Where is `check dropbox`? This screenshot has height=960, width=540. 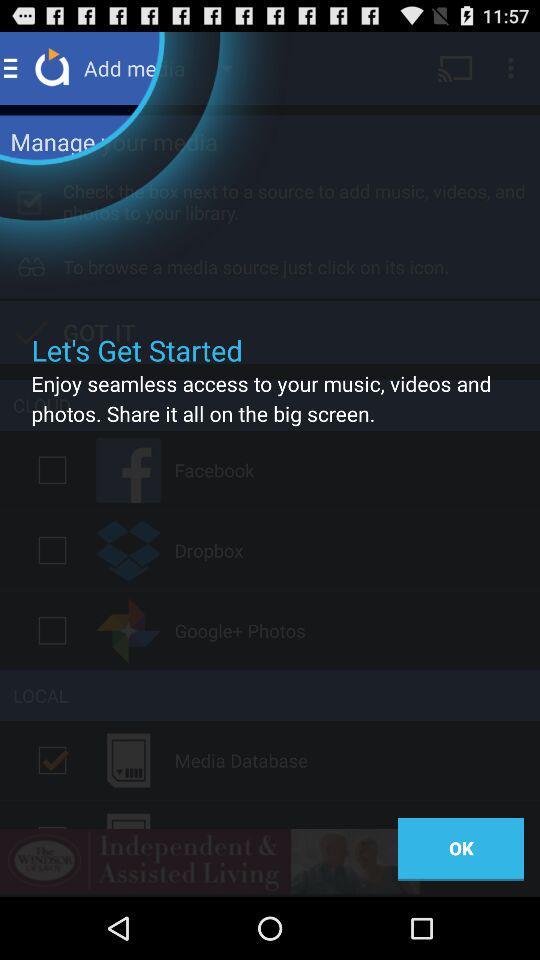 check dropbox is located at coordinates (52, 550).